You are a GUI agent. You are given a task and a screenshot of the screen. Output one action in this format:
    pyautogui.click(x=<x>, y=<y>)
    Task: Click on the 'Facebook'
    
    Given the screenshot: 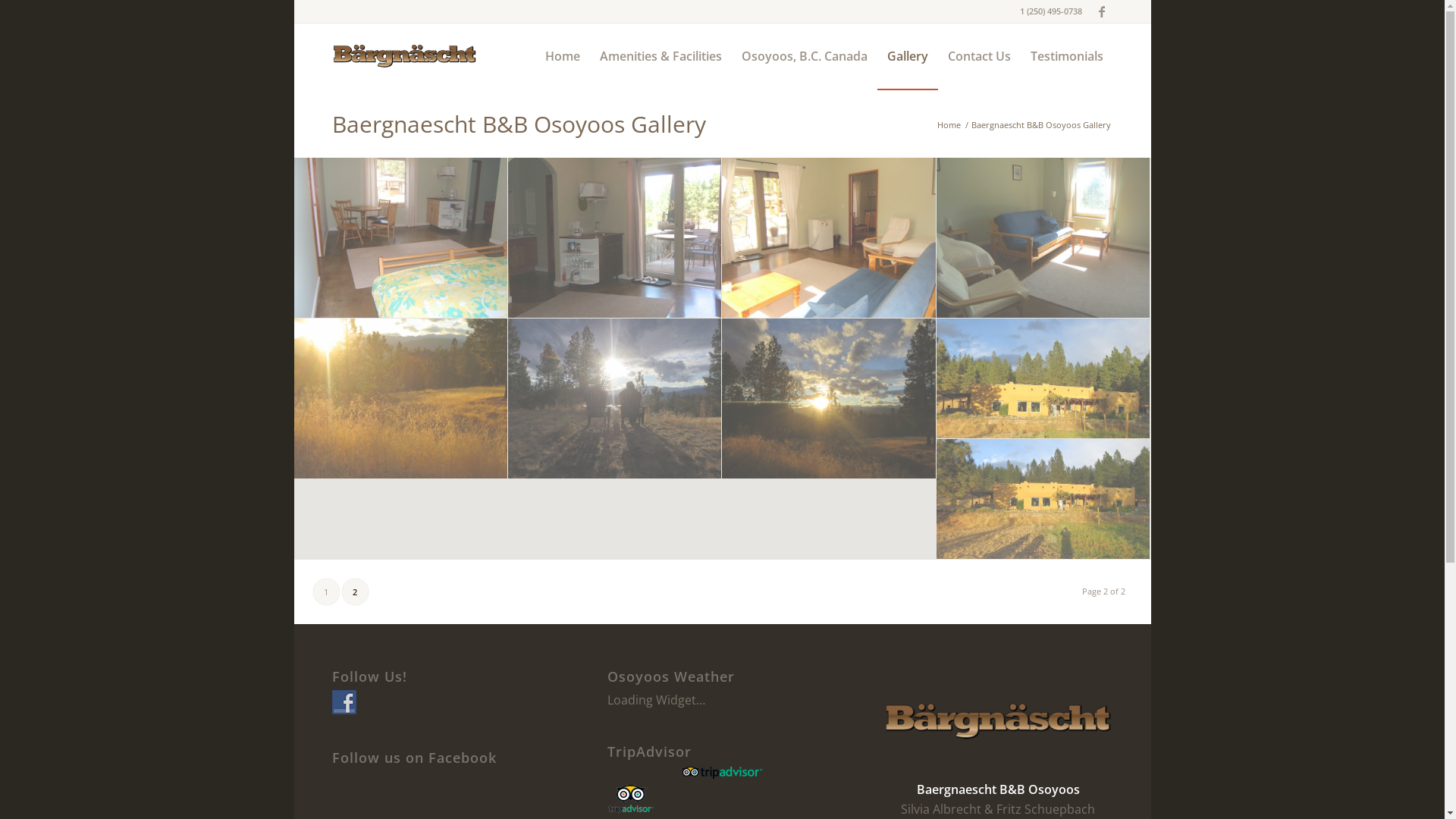 What is the action you would take?
    pyautogui.click(x=1102, y=11)
    